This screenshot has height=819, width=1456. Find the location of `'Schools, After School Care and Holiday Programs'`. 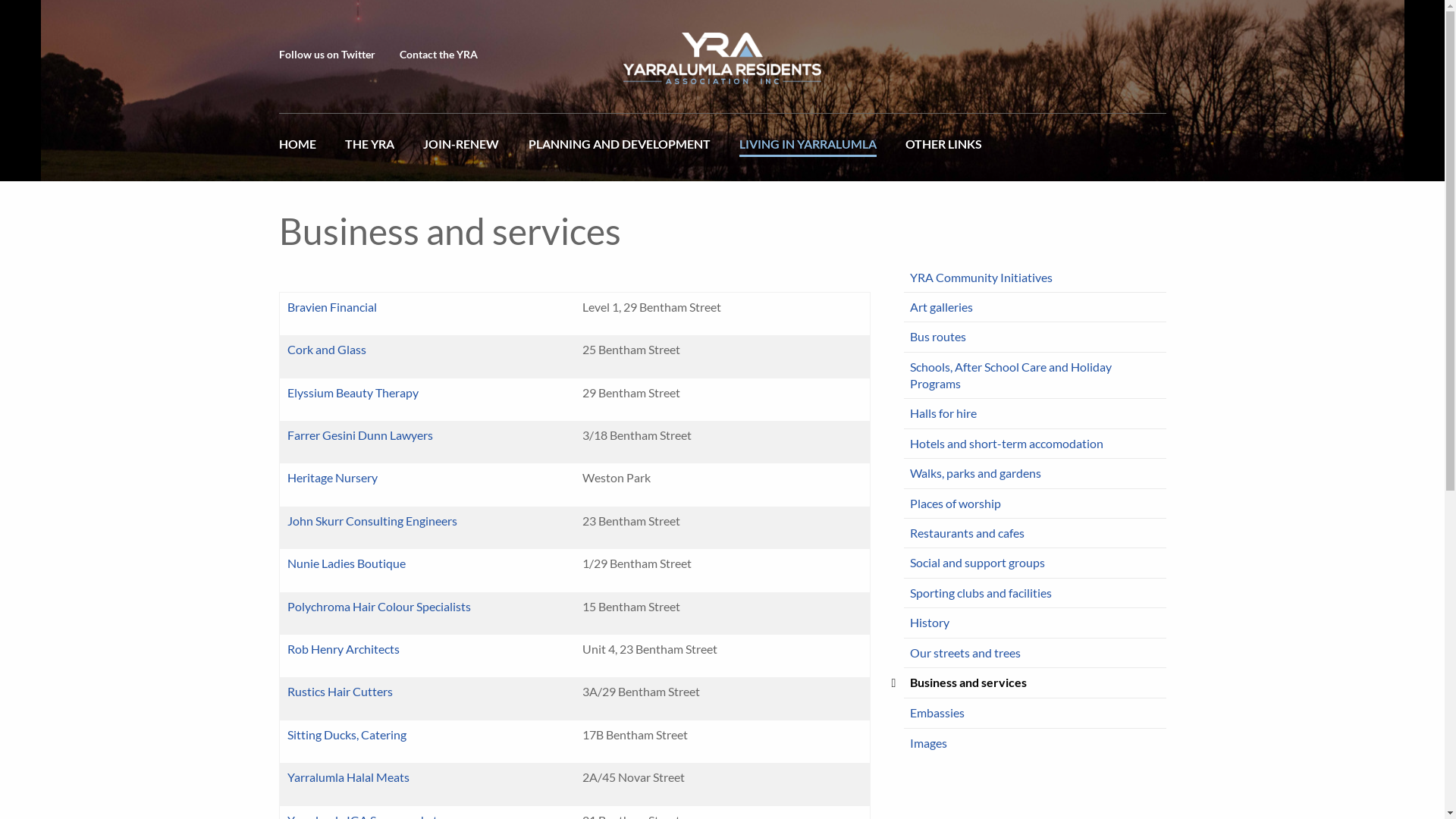

'Schools, After School Care and Holiday Programs' is located at coordinates (1034, 375).